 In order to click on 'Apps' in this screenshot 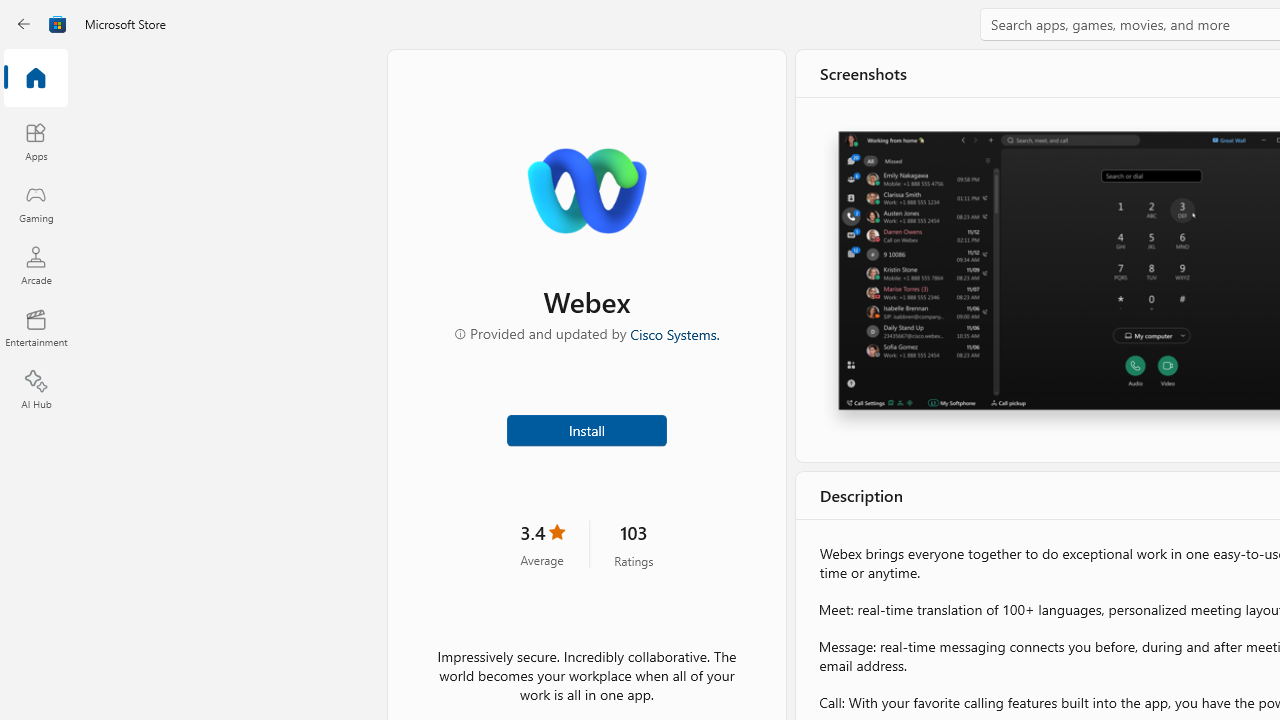, I will do `click(35, 140)`.